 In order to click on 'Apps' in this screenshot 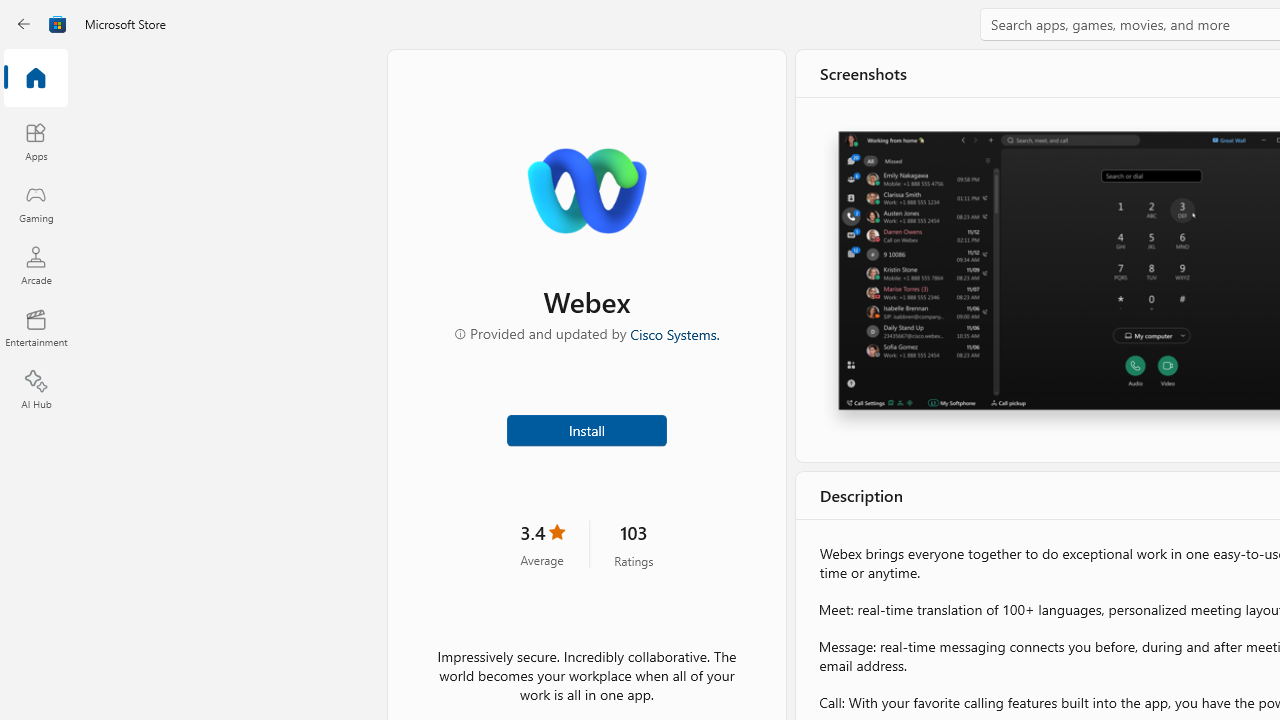, I will do `click(35, 140)`.